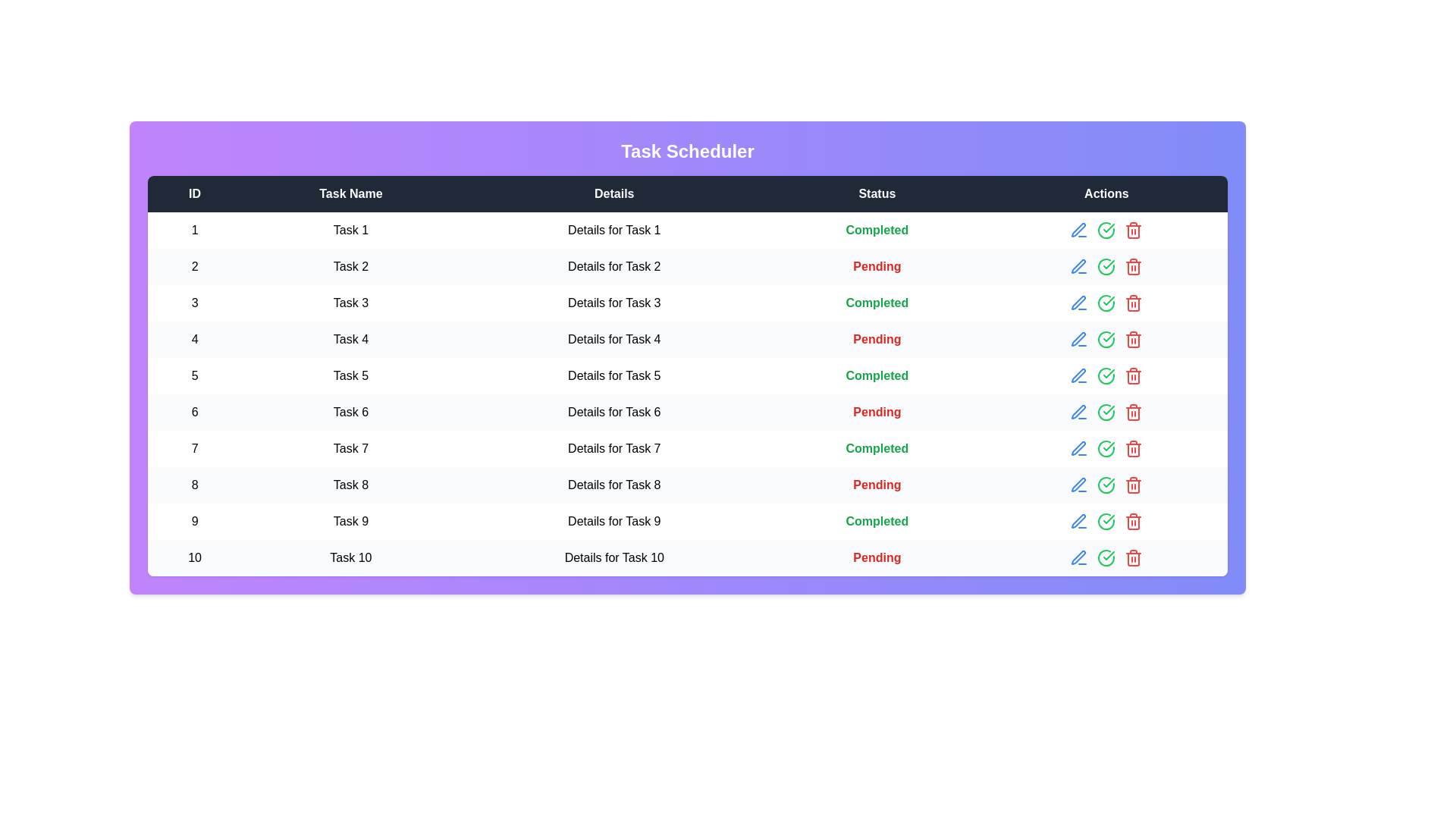 The image size is (1456, 819). I want to click on the column header Status to sort the tasks by that column, so click(877, 193).